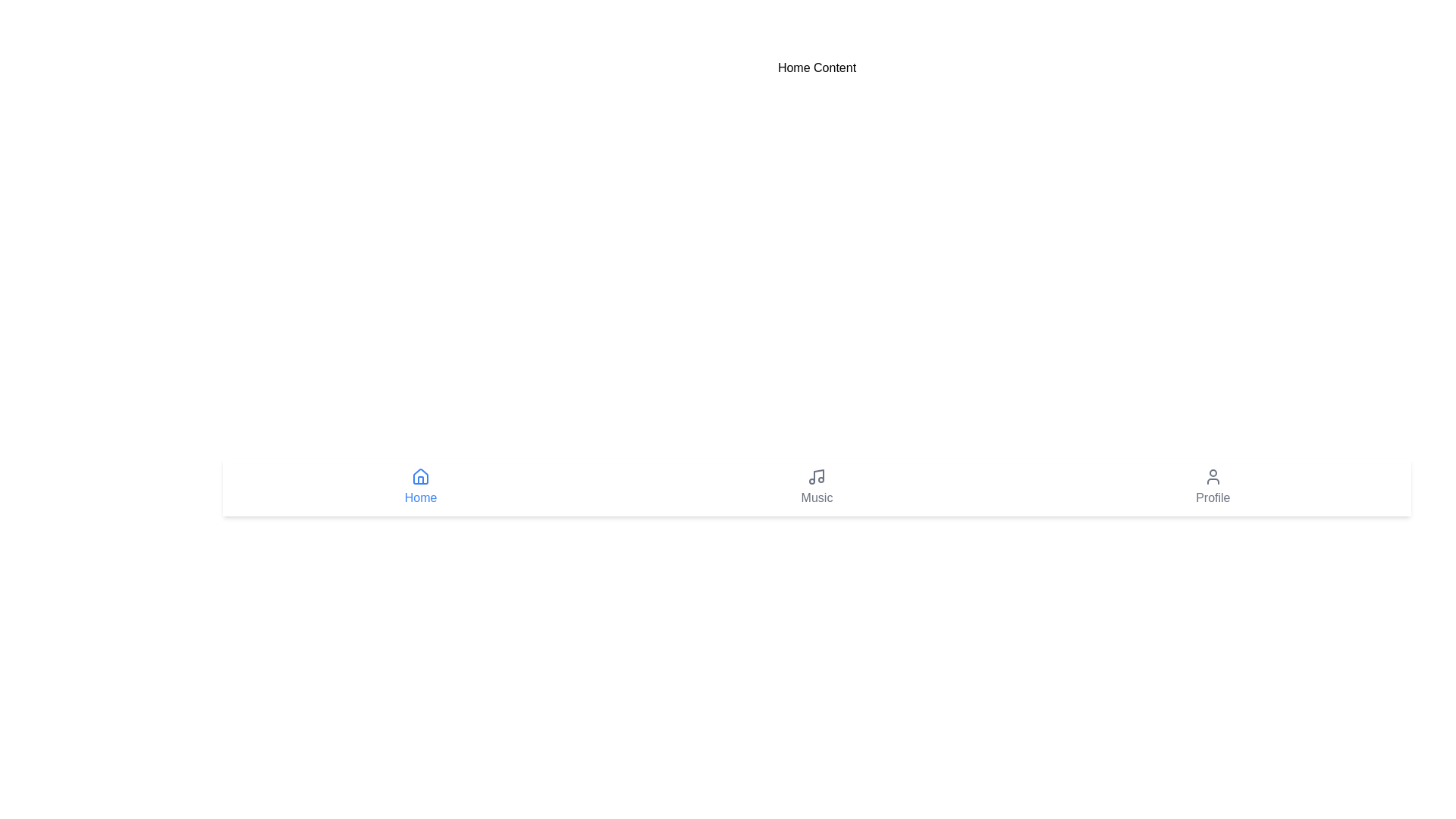  What do you see at coordinates (1212, 475) in the screenshot?
I see `the user profile icon located in the 'Profile' navigation item at the bottom of the interface, which is represented by a simplistic outline of a person` at bounding box center [1212, 475].